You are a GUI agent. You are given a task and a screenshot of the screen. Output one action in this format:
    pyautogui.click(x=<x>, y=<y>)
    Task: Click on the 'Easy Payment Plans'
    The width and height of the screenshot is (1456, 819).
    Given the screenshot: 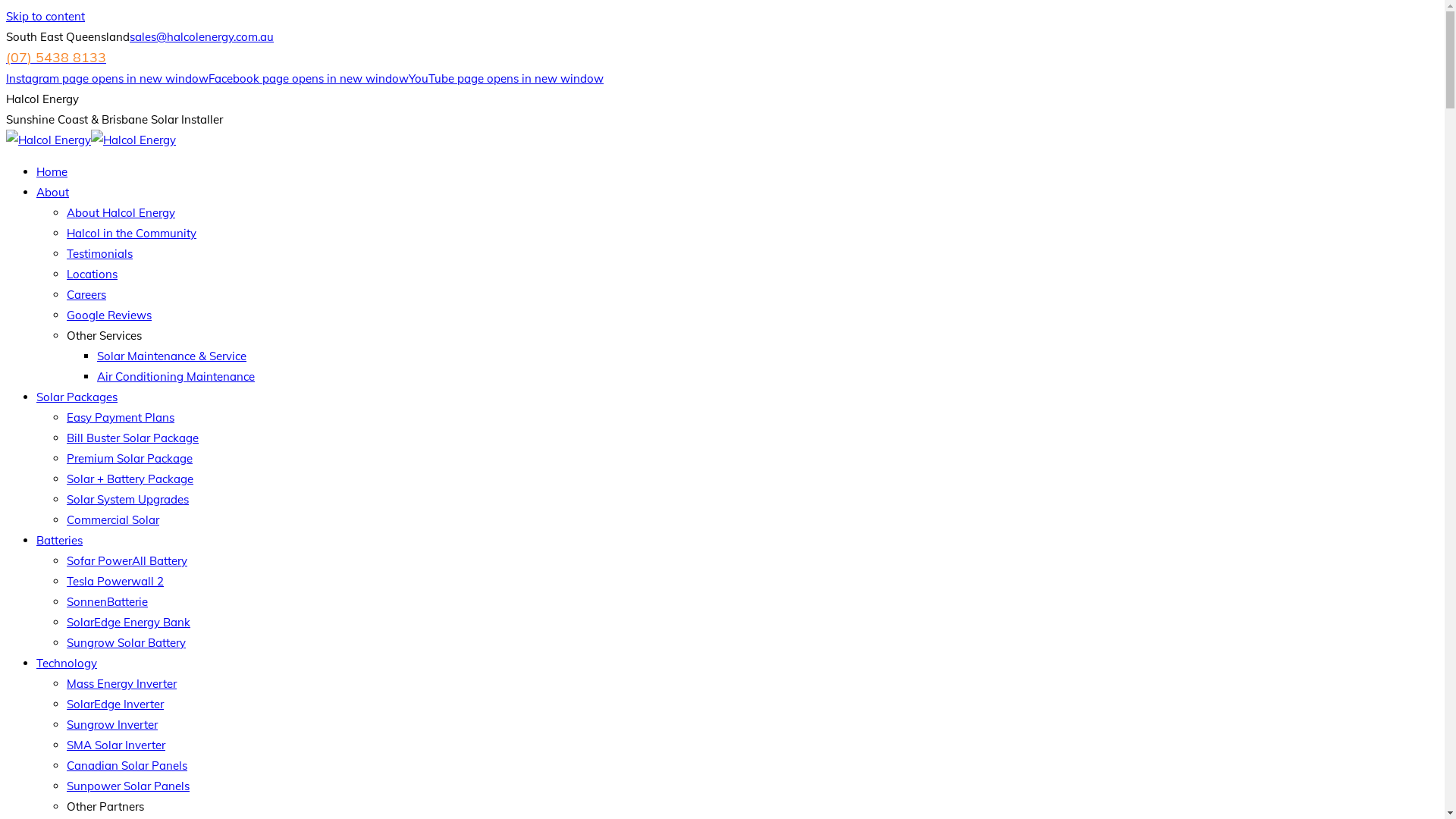 What is the action you would take?
    pyautogui.click(x=119, y=417)
    